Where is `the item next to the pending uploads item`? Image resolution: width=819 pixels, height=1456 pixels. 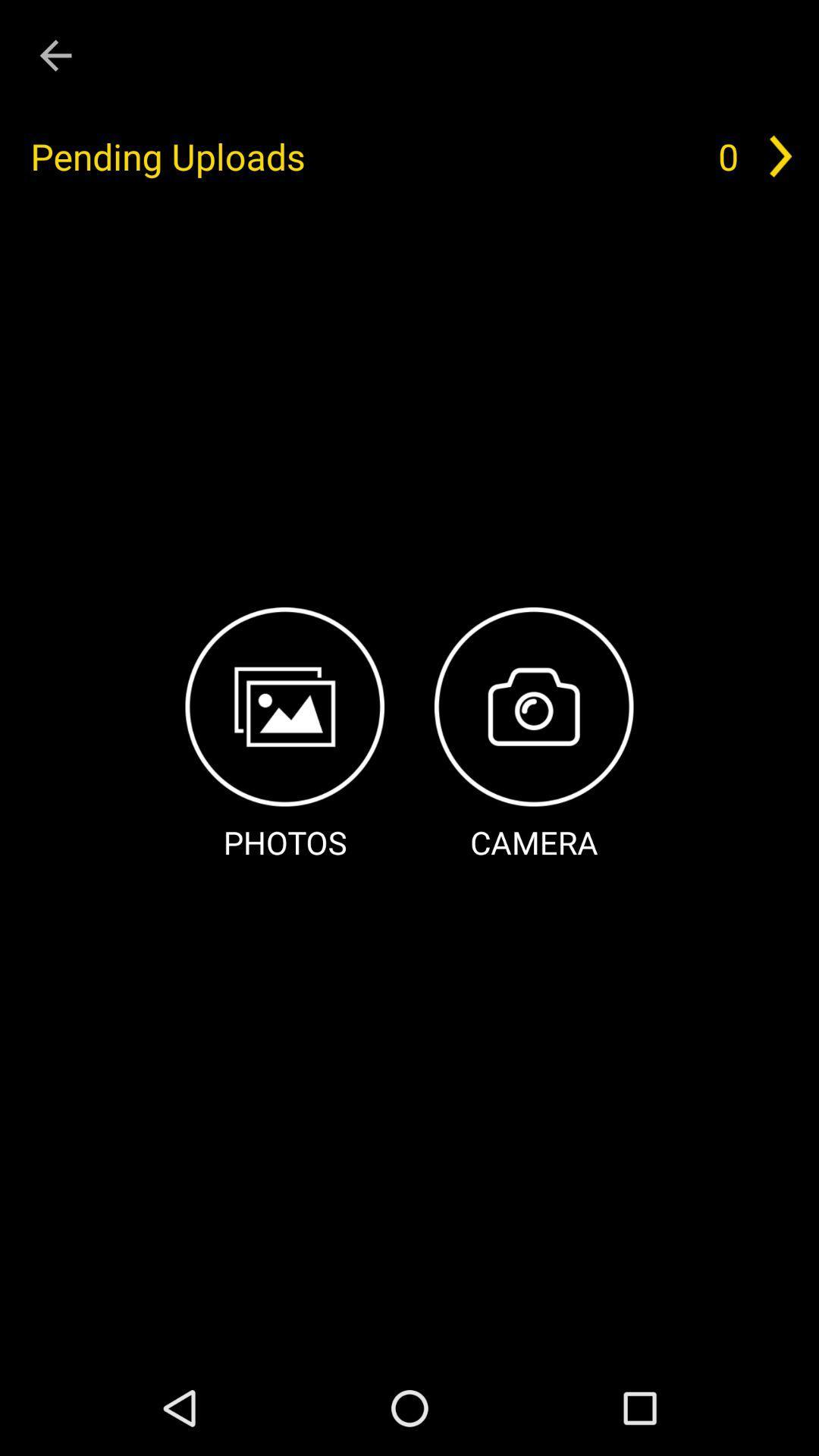
the item next to the pending uploads item is located at coordinates (727, 156).